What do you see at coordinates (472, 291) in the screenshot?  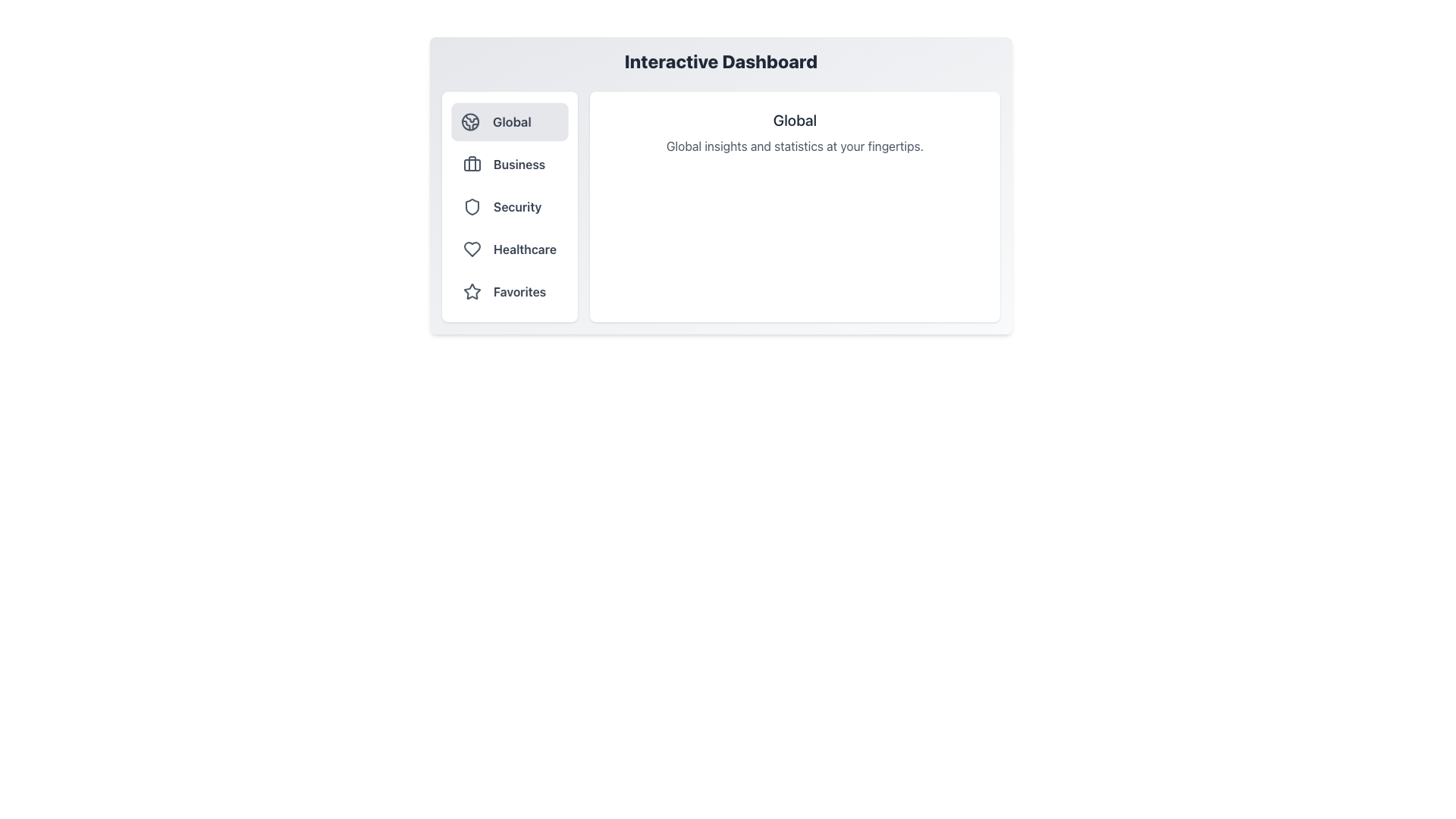 I see `the 'Favorites' icon located in the vertical navigation menu on the left sidebar, which serves as a visual marker for the 'Favorites' section` at bounding box center [472, 291].